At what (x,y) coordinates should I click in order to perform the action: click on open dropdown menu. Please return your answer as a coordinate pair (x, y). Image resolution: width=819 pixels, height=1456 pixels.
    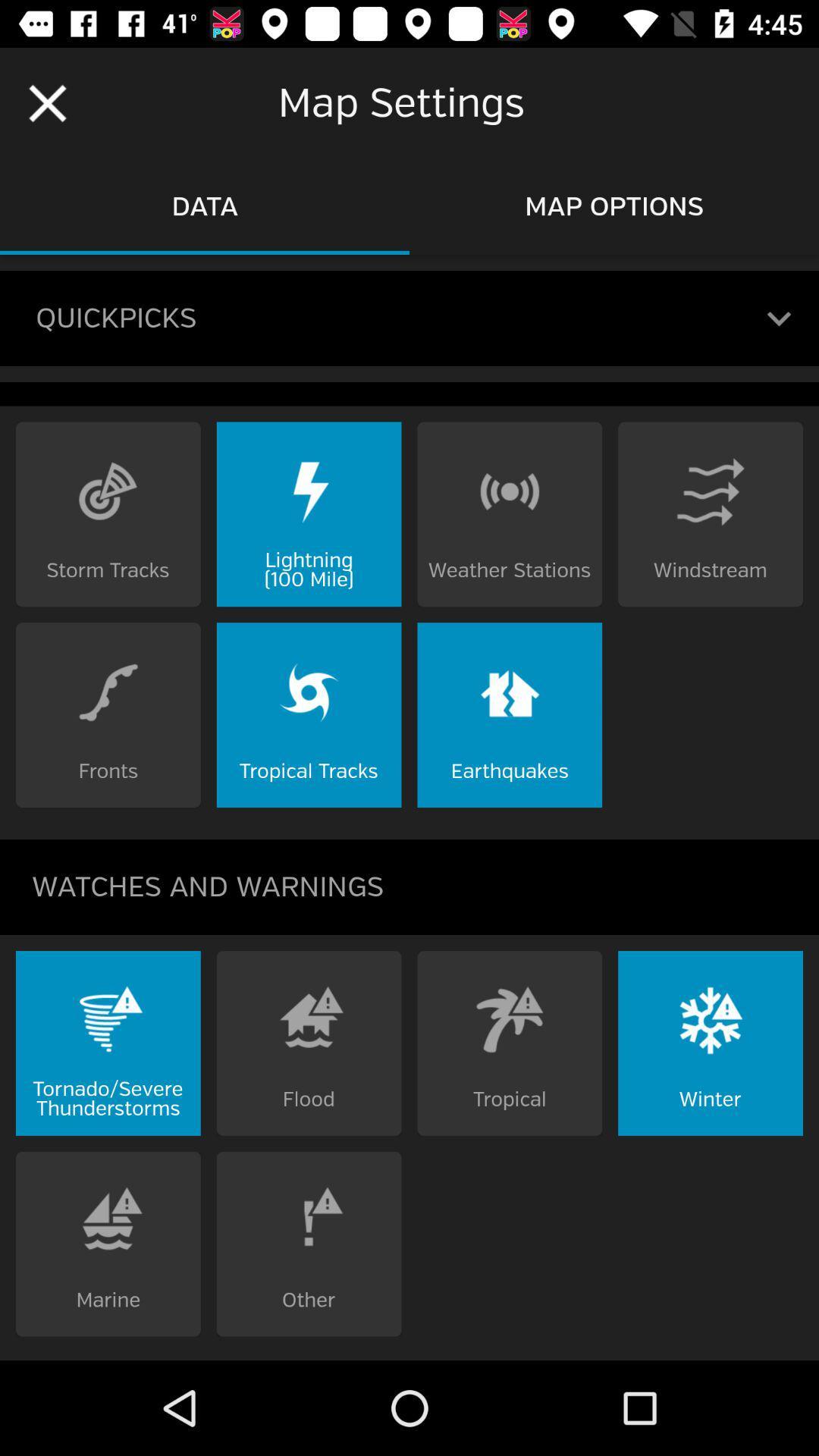
    Looking at the image, I should click on (779, 318).